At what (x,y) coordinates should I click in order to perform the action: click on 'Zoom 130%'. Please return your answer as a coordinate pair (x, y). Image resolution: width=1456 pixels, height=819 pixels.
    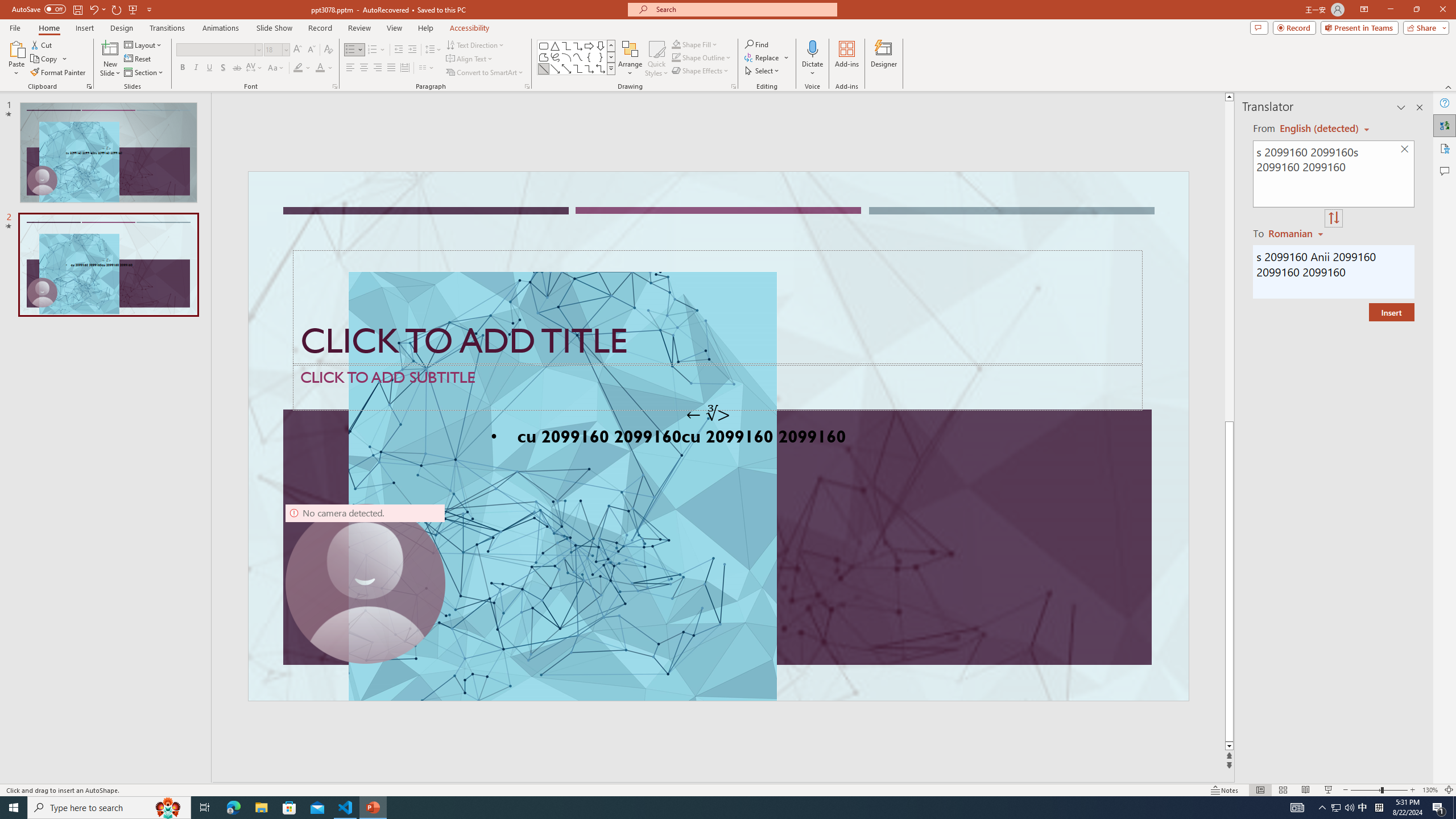
    Looking at the image, I should click on (1430, 790).